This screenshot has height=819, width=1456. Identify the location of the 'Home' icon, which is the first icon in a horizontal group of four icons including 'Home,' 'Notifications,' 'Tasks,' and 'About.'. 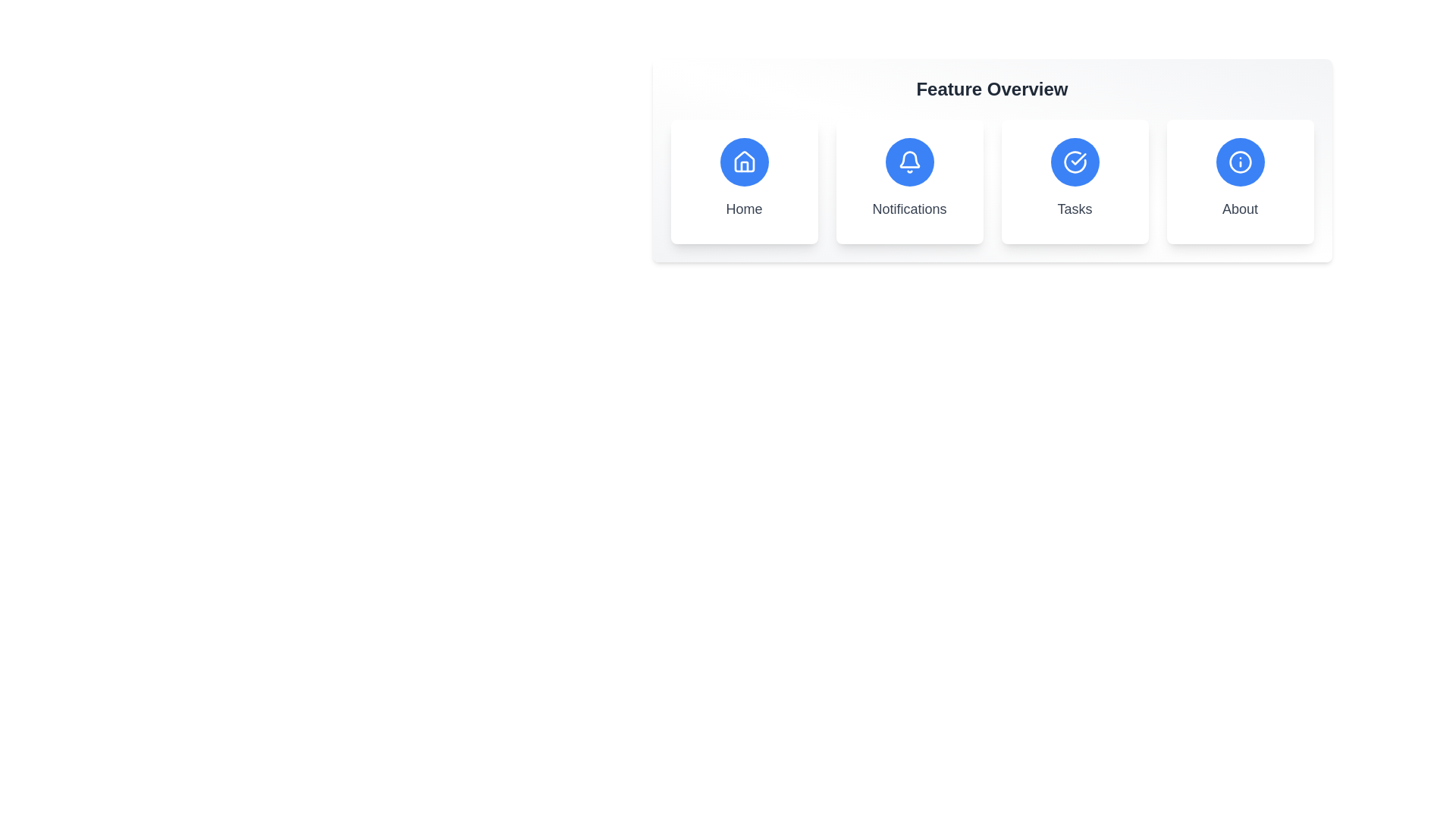
(744, 162).